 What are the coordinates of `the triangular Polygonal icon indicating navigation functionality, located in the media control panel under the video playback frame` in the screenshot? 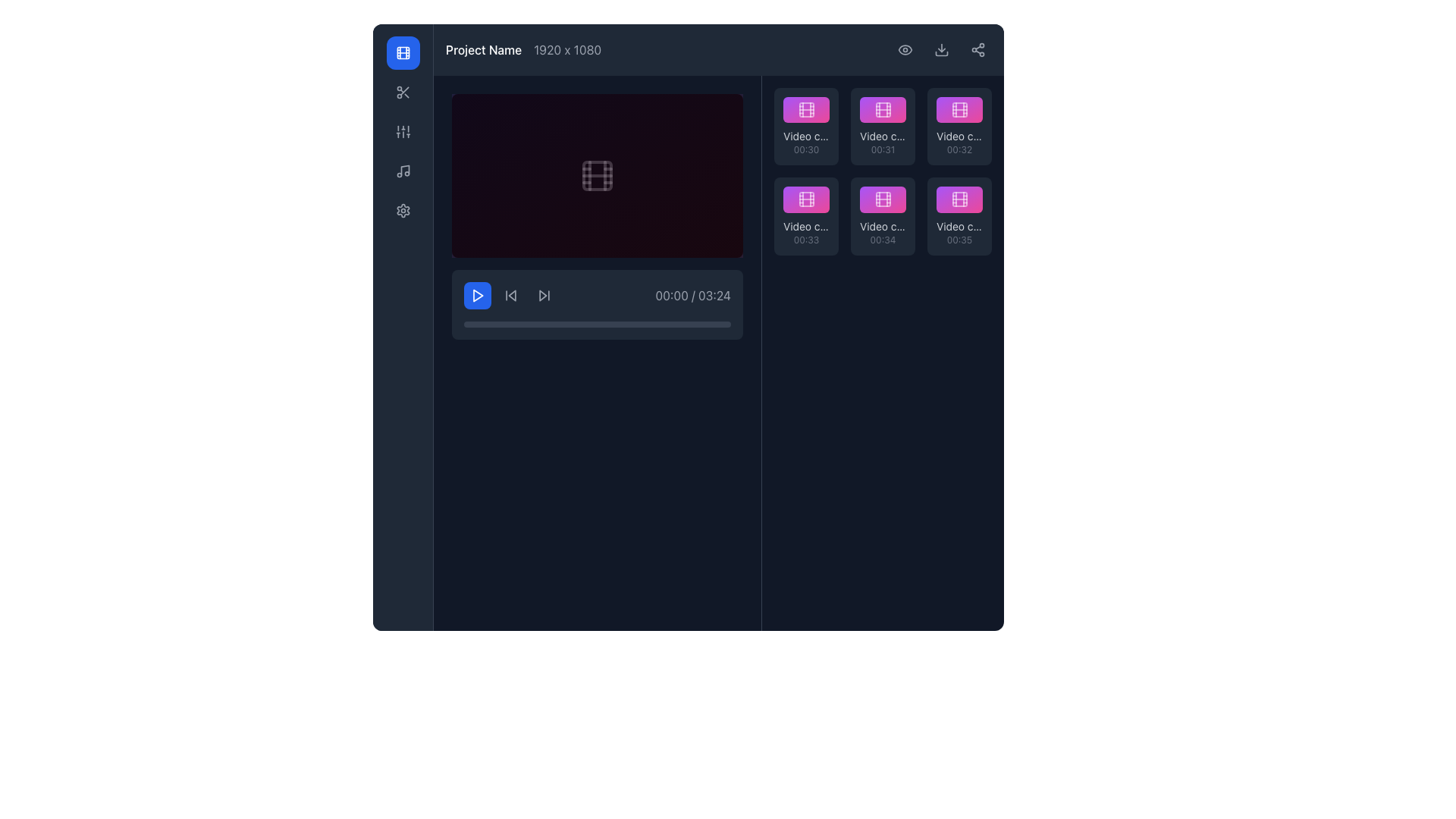 It's located at (543, 295).